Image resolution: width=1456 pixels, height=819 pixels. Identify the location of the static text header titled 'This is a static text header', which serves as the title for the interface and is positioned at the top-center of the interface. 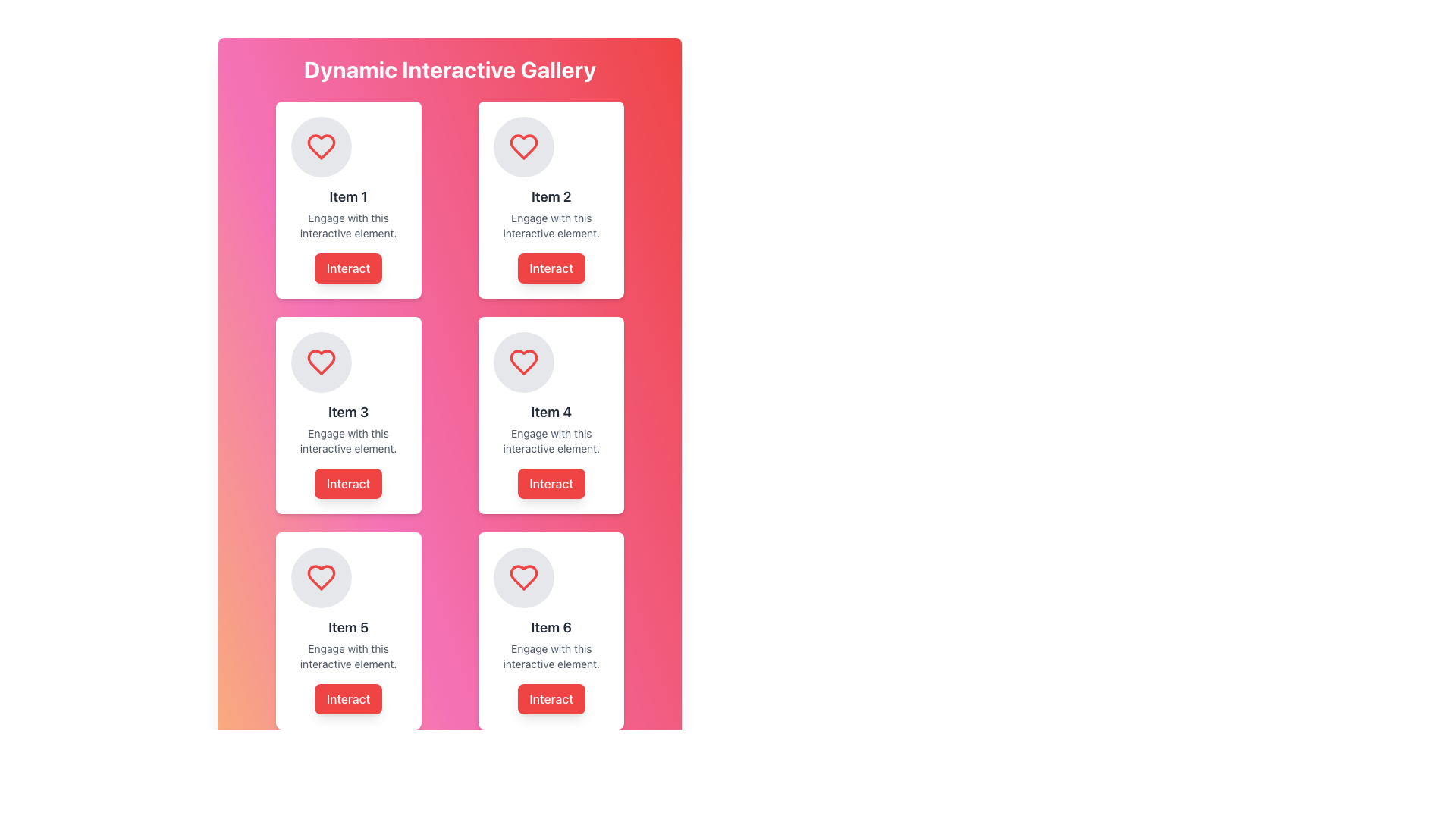
(449, 70).